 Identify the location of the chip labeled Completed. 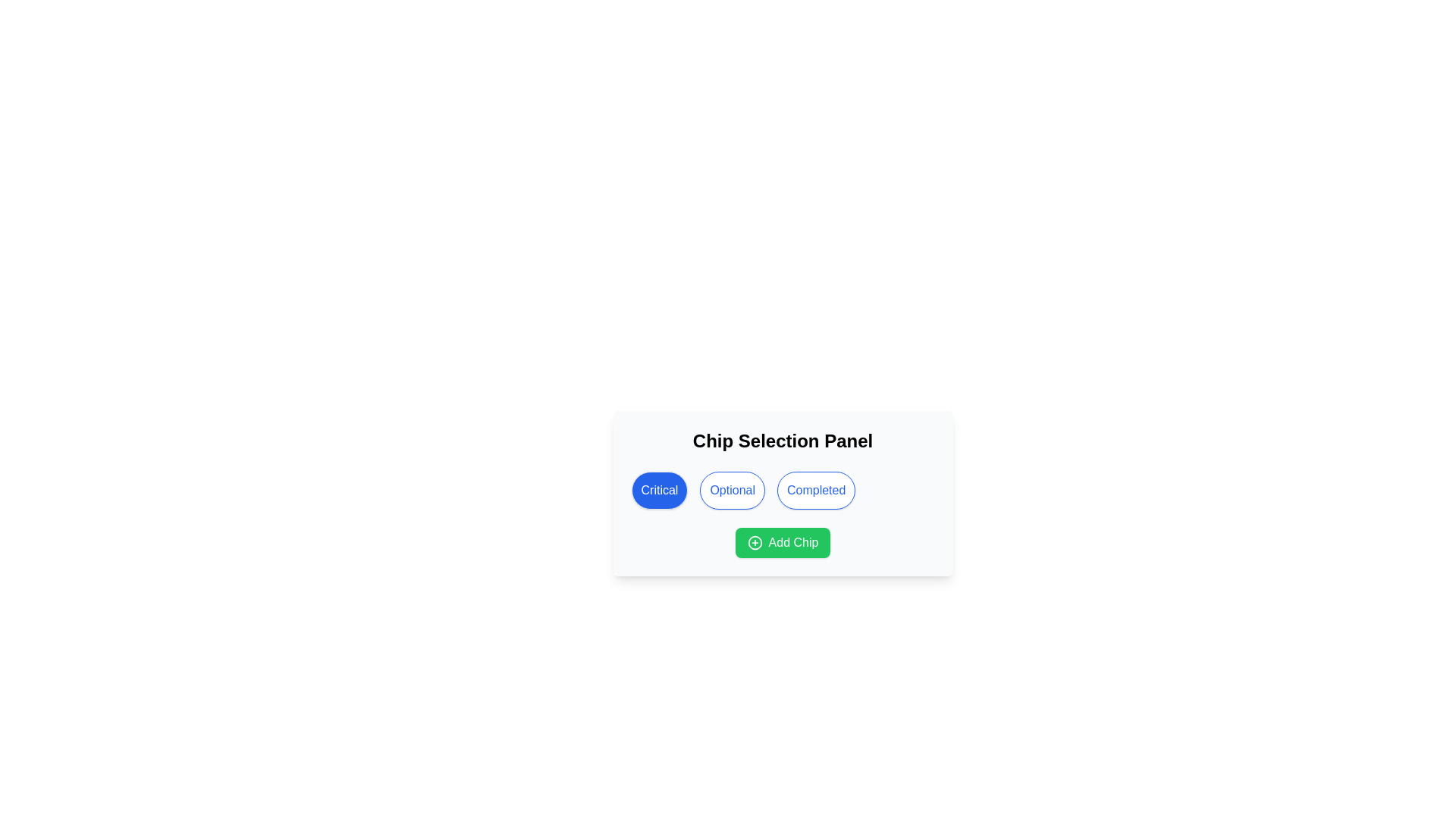
(815, 491).